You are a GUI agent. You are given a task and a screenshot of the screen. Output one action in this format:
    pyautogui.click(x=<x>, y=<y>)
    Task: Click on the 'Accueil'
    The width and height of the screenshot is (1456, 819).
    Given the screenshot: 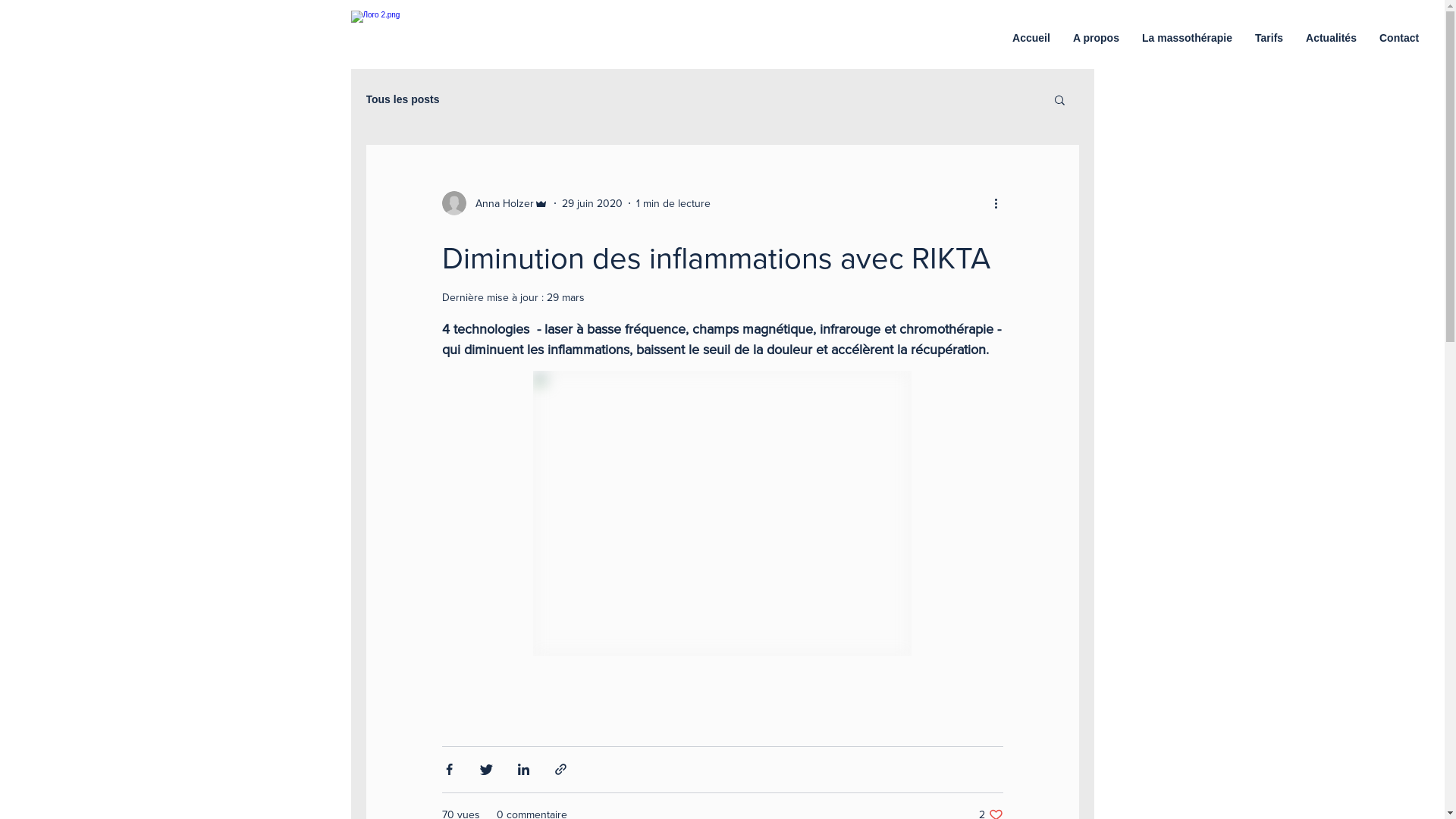 What is the action you would take?
    pyautogui.click(x=1031, y=37)
    